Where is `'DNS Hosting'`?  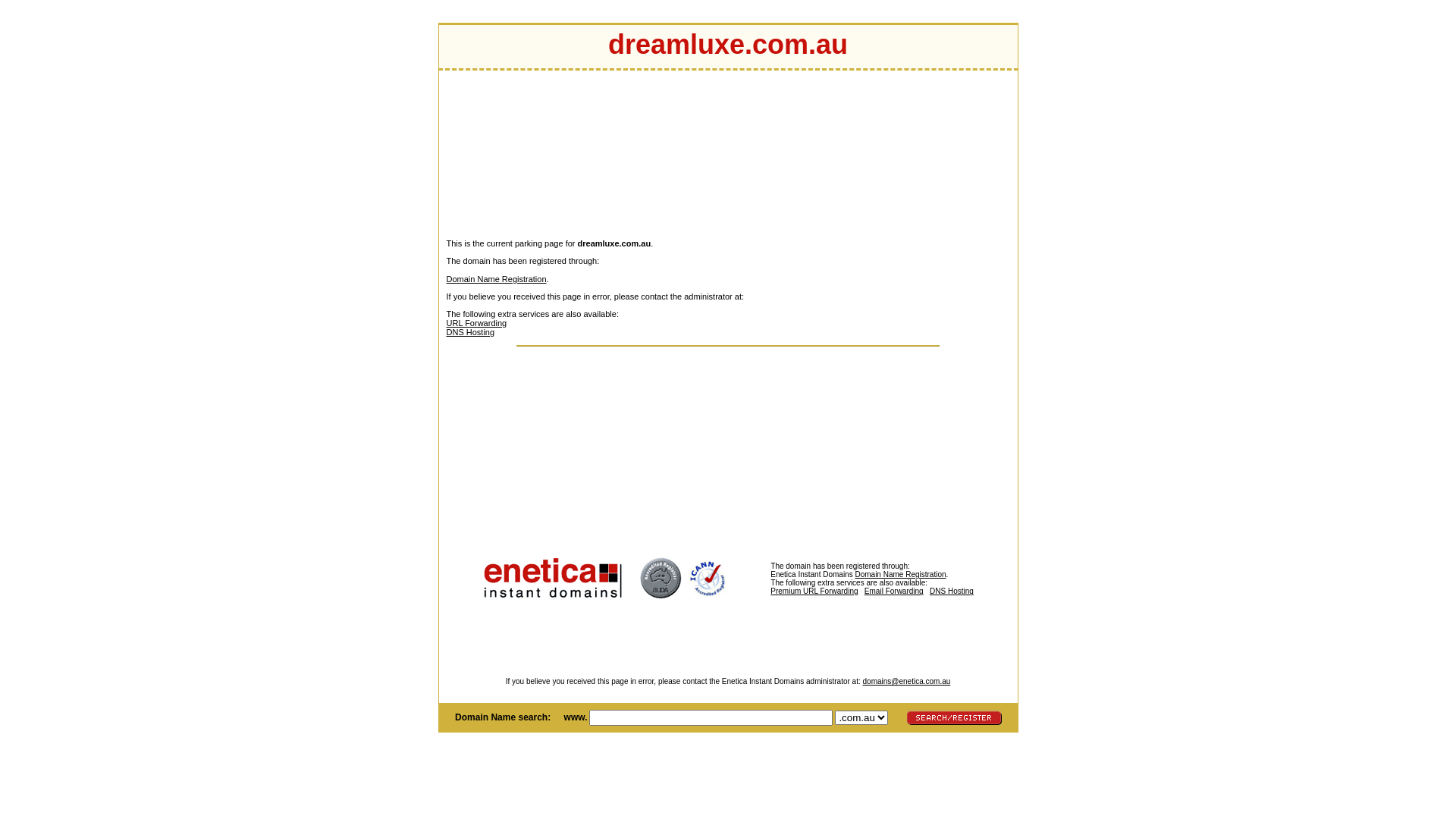
'DNS Hosting' is located at coordinates (469, 331).